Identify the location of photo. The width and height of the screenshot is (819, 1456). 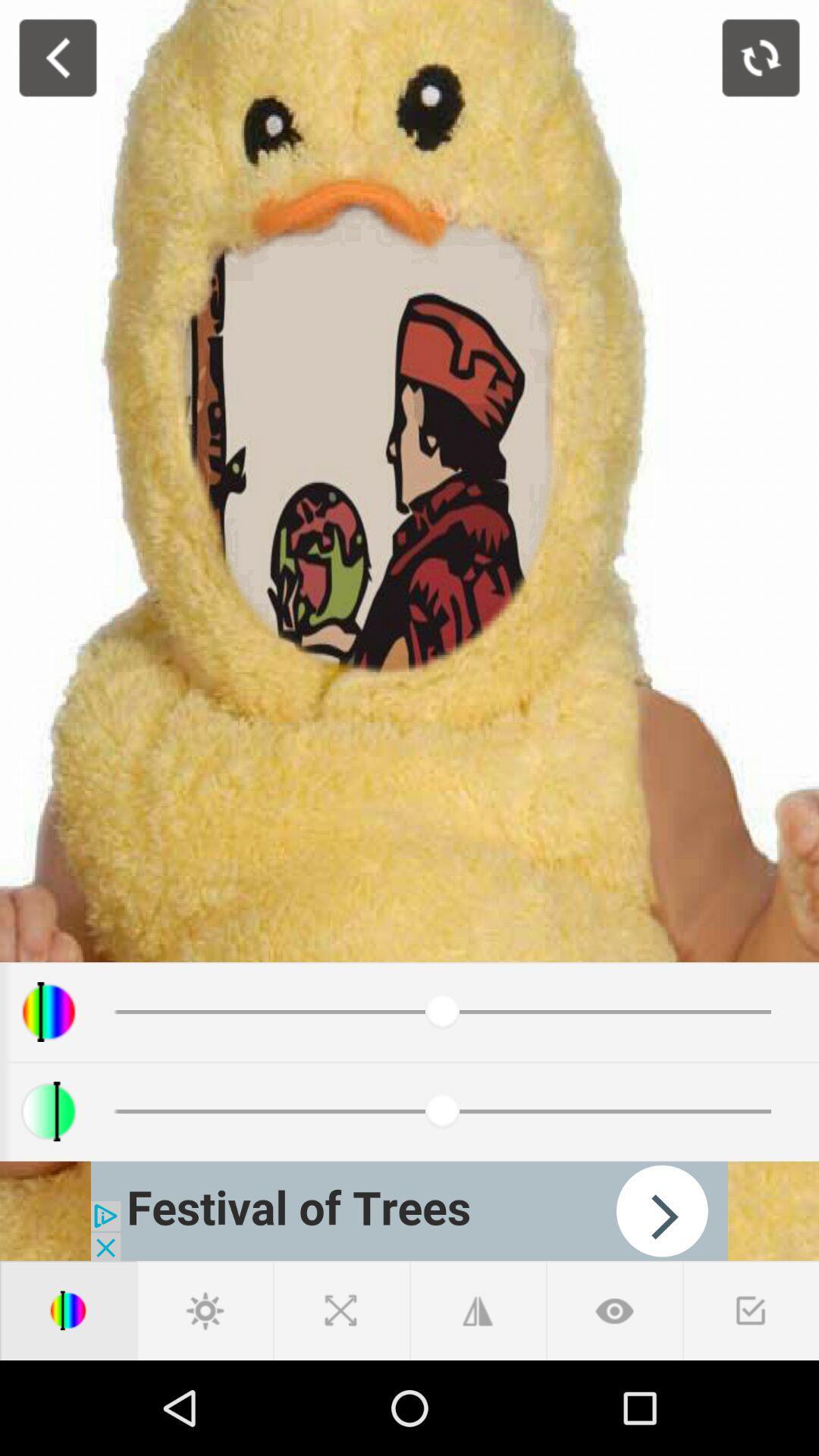
(761, 58).